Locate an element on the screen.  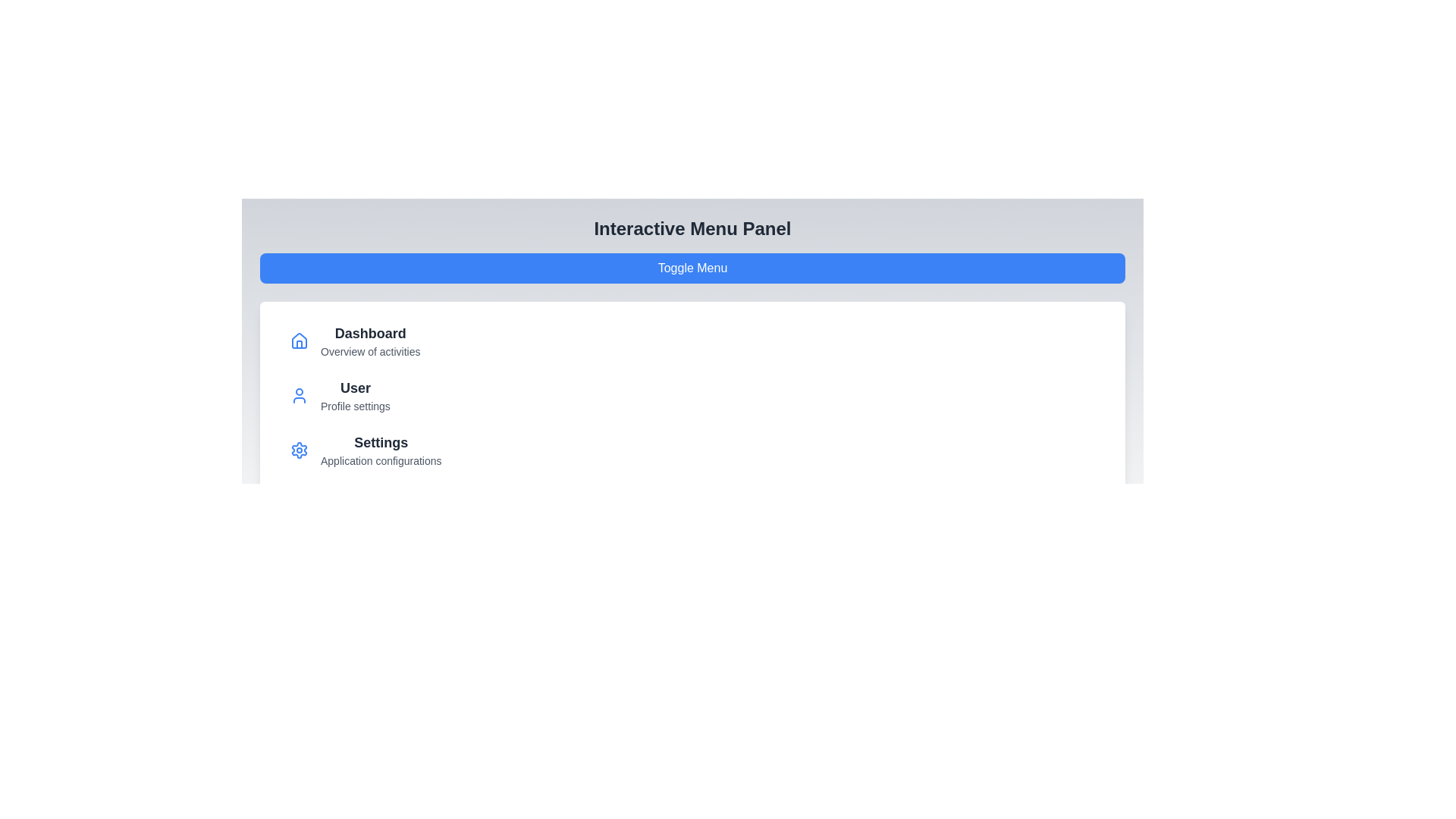
the menu item labeled User is located at coordinates (354, 388).